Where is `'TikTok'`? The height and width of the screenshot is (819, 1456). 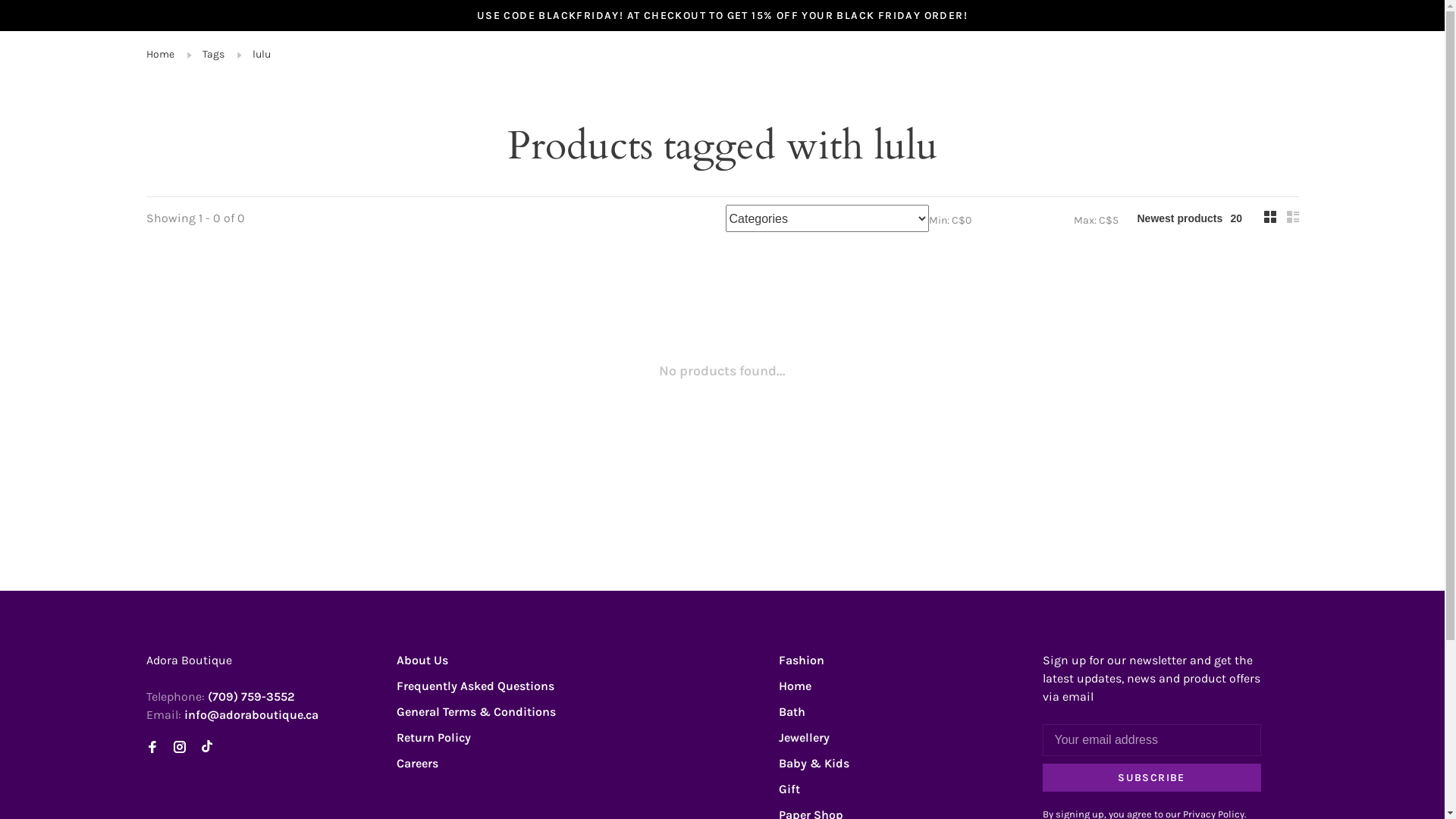 'TikTok' is located at coordinates (206, 747).